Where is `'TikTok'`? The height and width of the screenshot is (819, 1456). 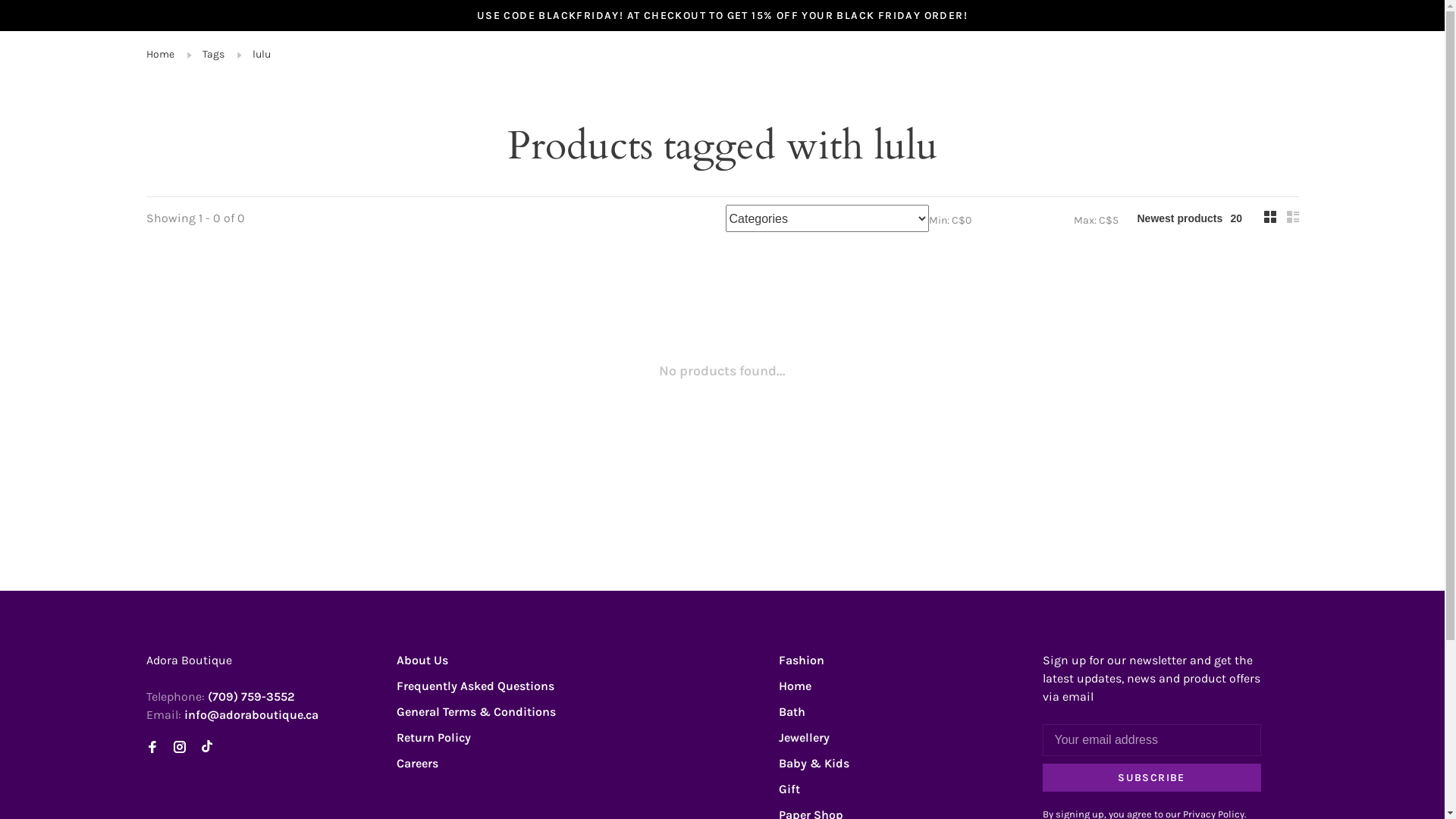 'TikTok' is located at coordinates (206, 747).